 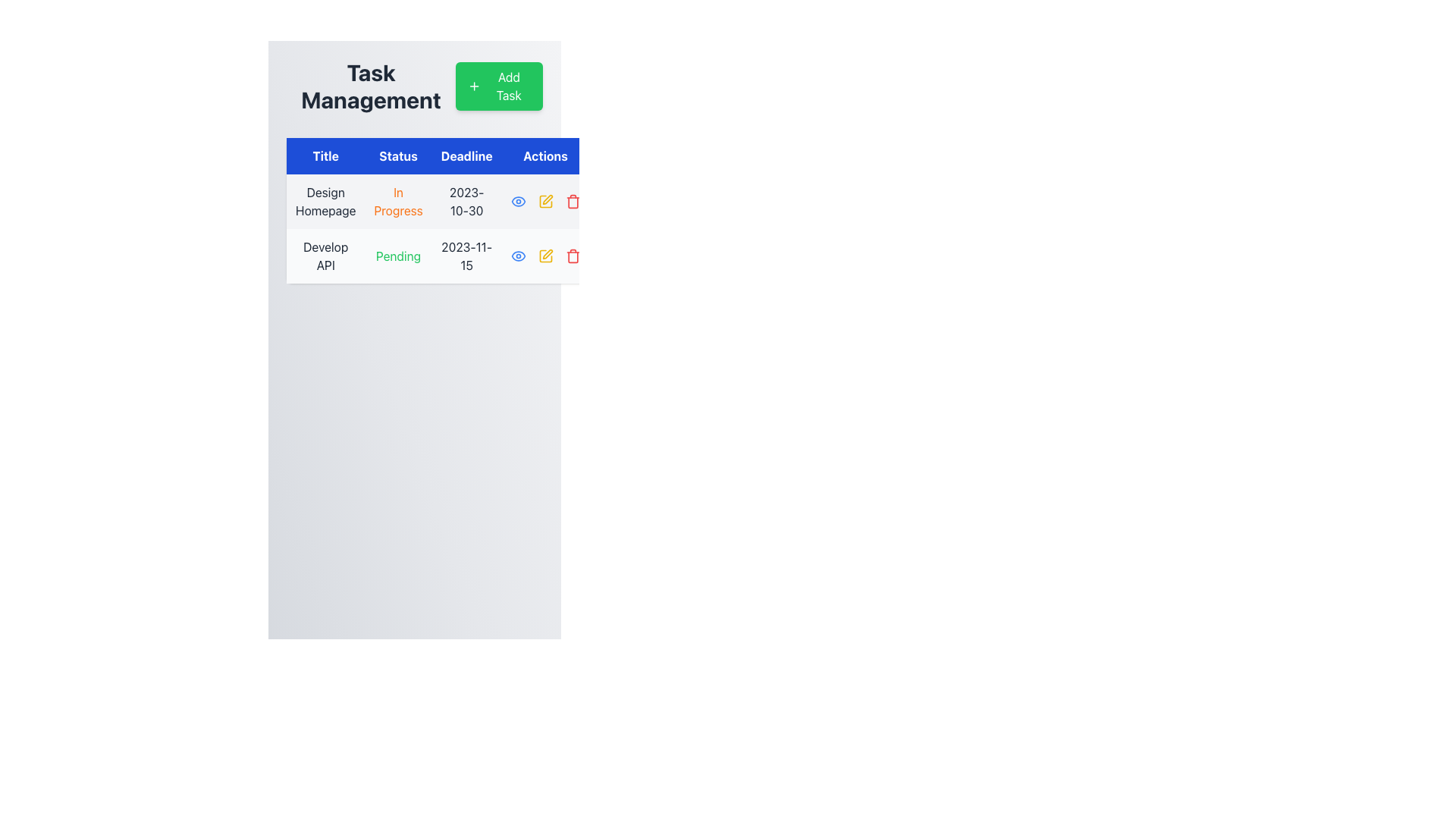 I want to click on the bold, large-sized text reading 'Task Management' located at the top-left of the interface, which serves as the page header, so click(x=371, y=86).